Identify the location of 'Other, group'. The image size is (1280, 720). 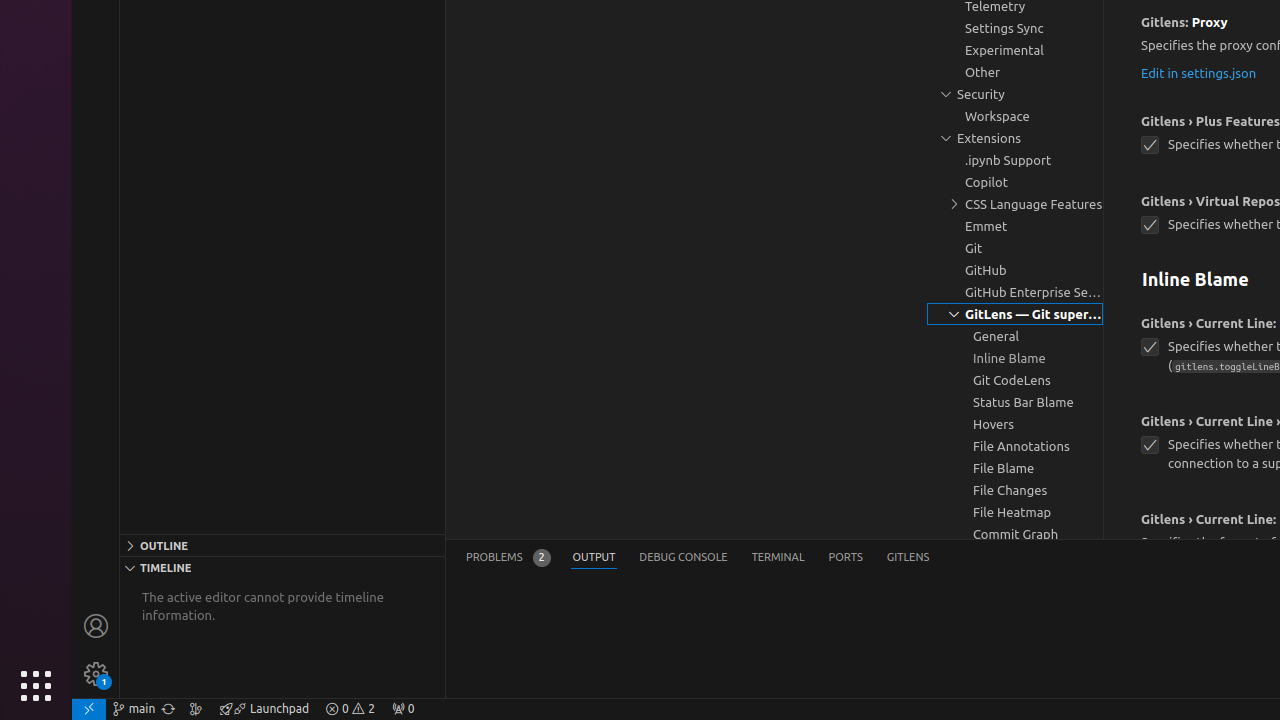
(1015, 71).